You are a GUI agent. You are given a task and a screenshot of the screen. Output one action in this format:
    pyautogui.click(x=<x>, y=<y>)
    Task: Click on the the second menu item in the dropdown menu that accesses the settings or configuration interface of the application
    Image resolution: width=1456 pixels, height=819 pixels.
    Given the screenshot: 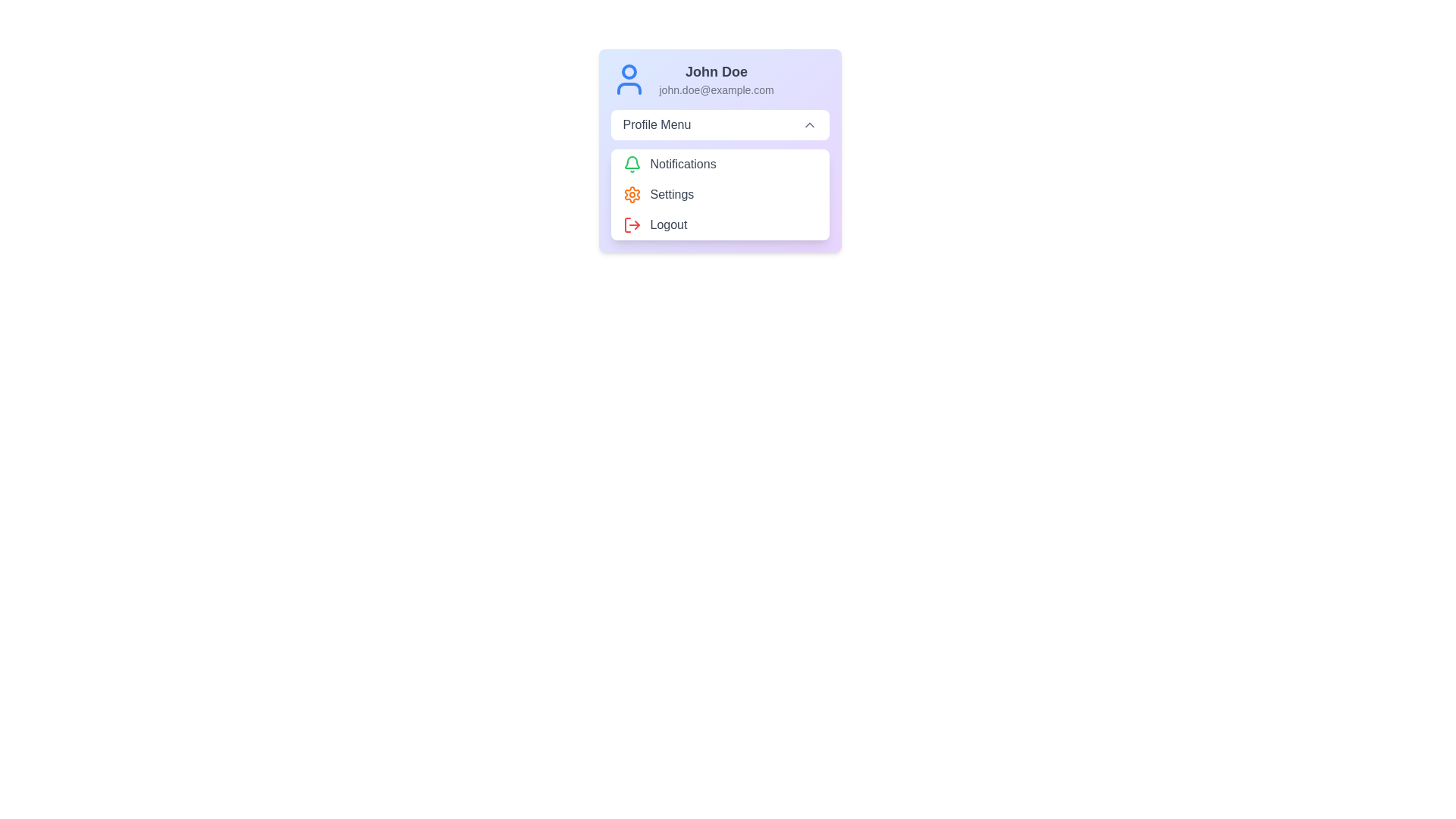 What is the action you would take?
    pyautogui.click(x=719, y=194)
    